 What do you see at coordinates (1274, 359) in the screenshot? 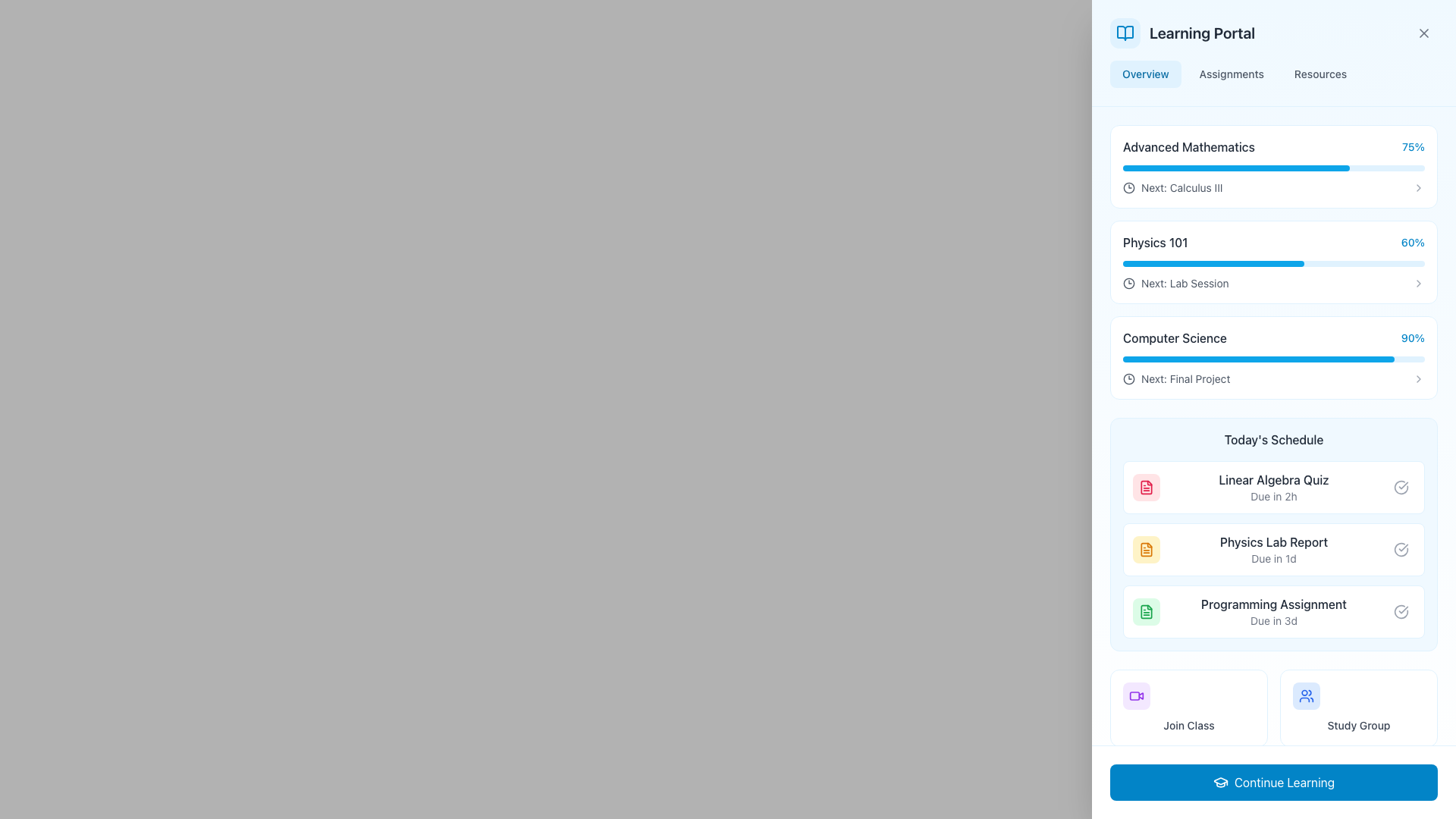
I see `the progress bar element located within the 'Computer Science' card, specifically below the text '90%' and above 'Next: Final Project.'` at bounding box center [1274, 359].